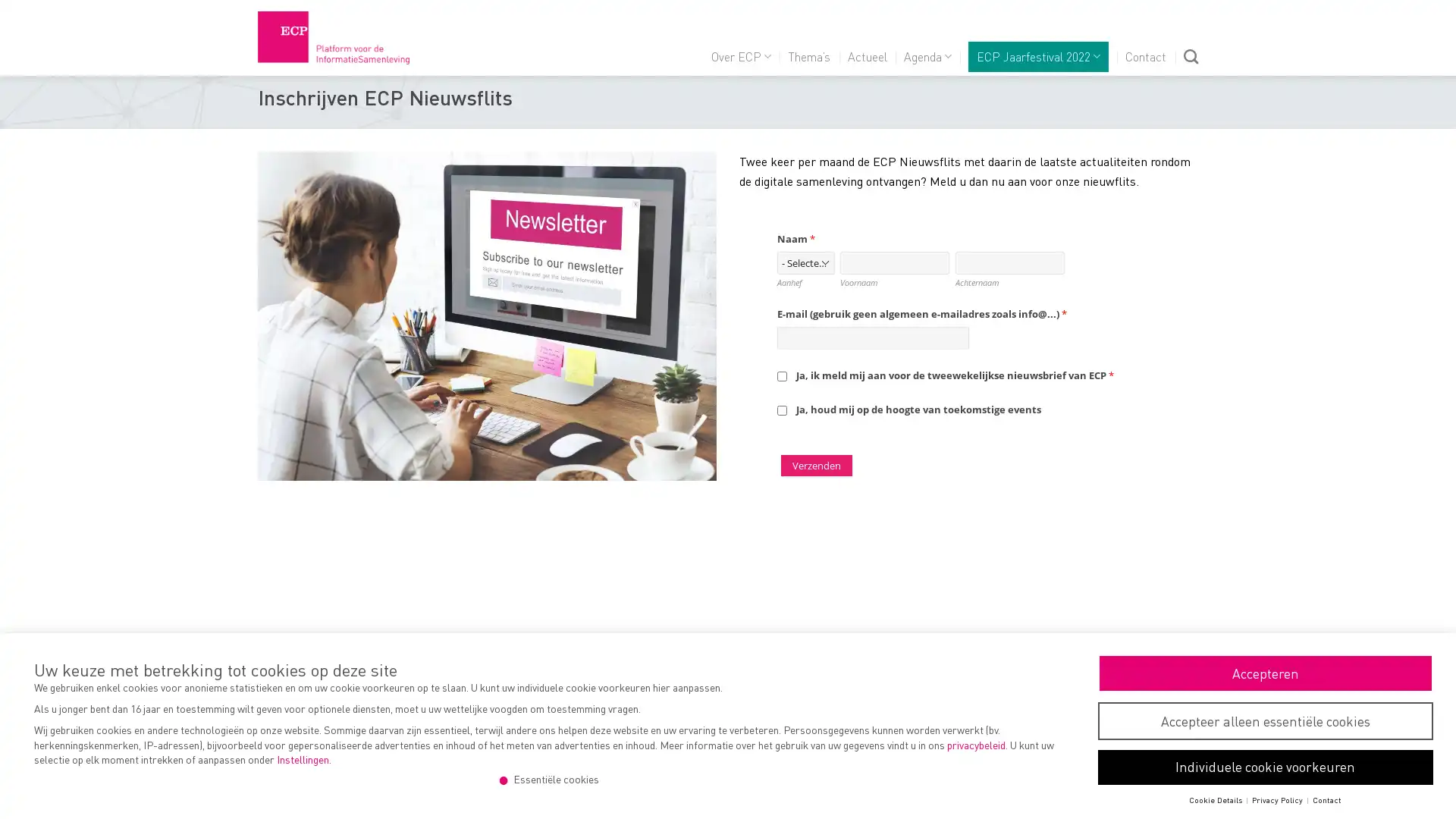 This screenshot has height=819, width=1456. I want to click on Accepteren, so click(1265, 672).